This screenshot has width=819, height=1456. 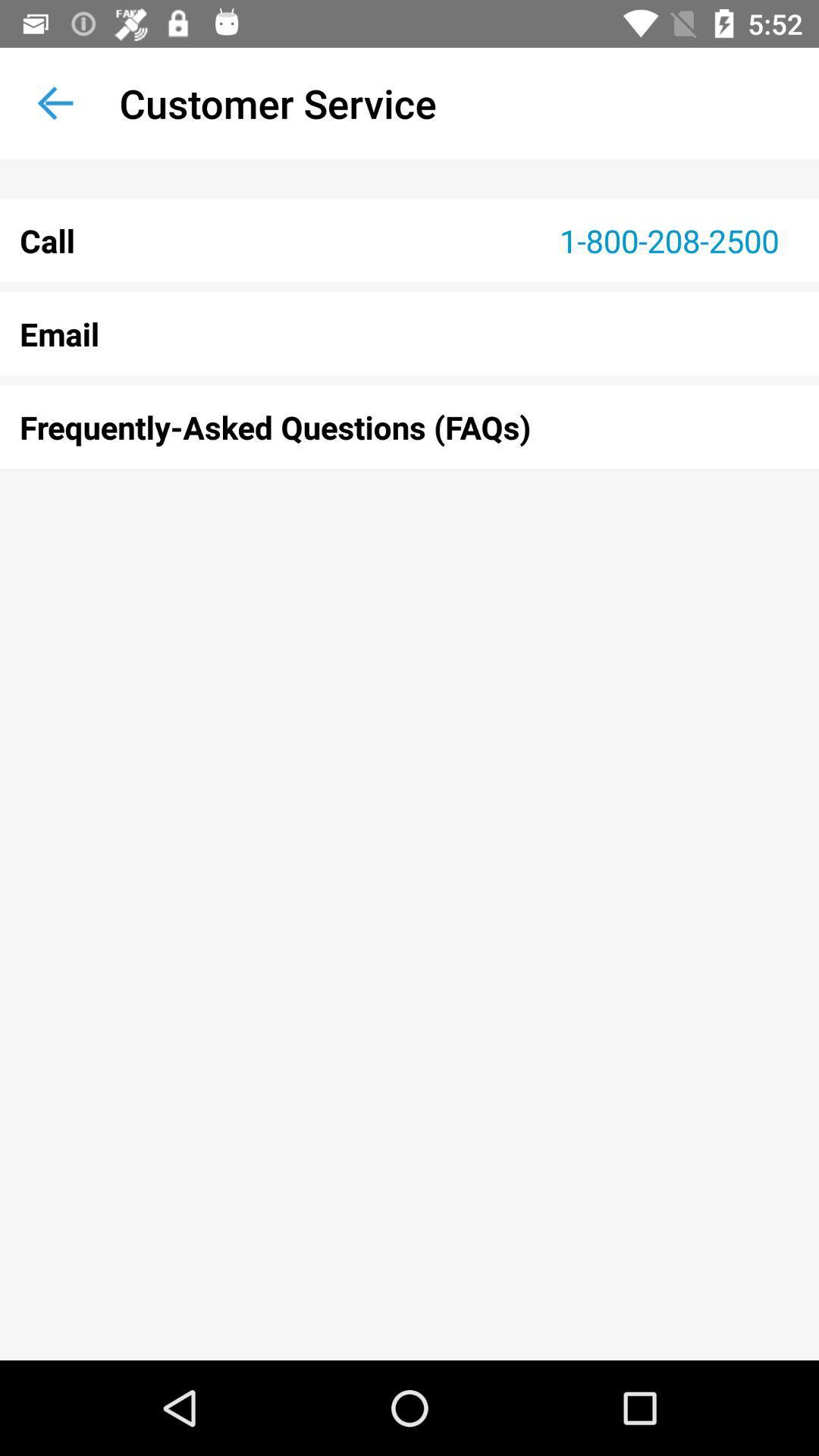 I want to click on frequently asked questions item, so click(x=409, y=426).